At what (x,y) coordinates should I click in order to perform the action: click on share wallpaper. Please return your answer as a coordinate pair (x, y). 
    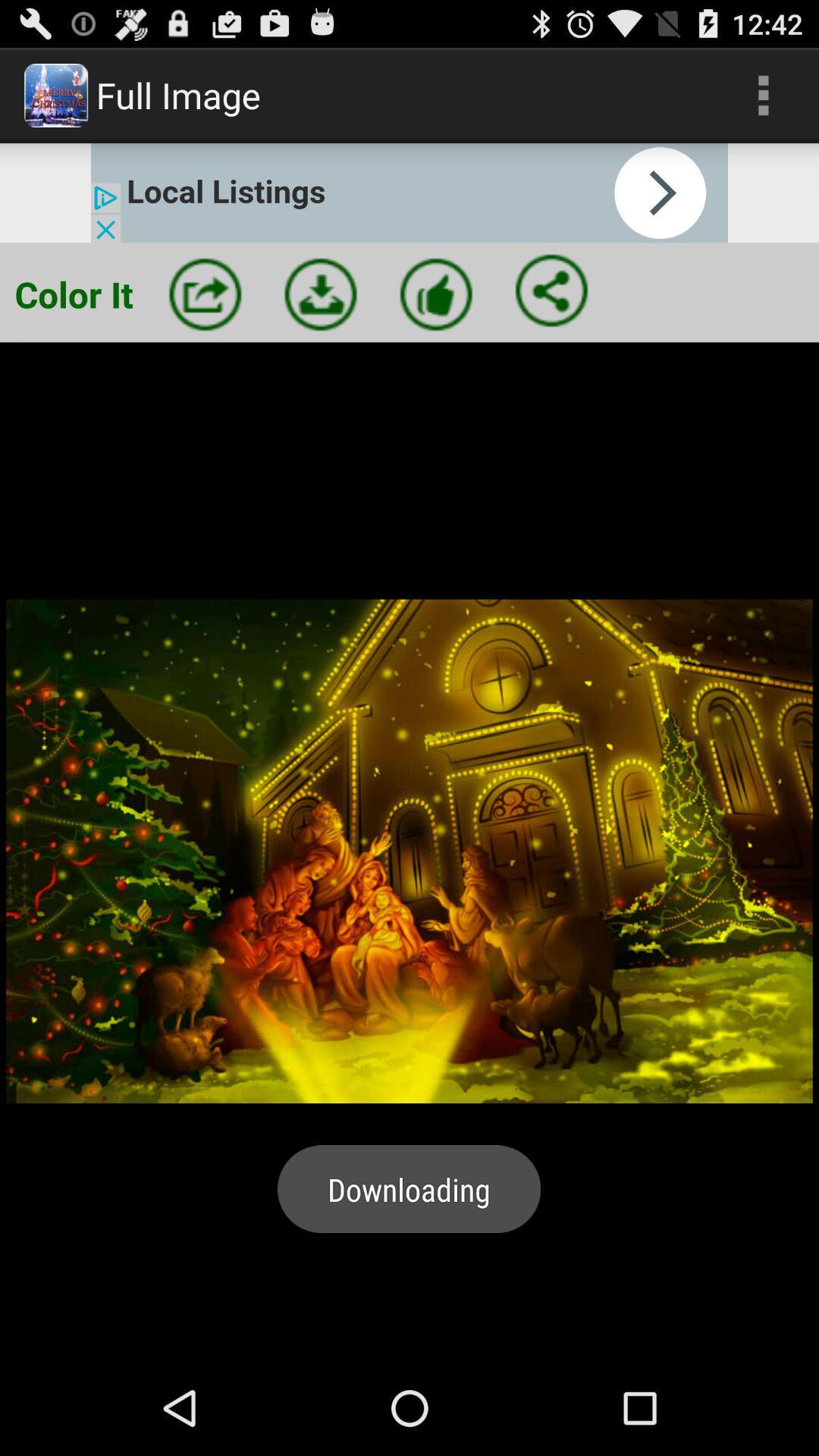
    Looking at the image, I should click on (205, 294).